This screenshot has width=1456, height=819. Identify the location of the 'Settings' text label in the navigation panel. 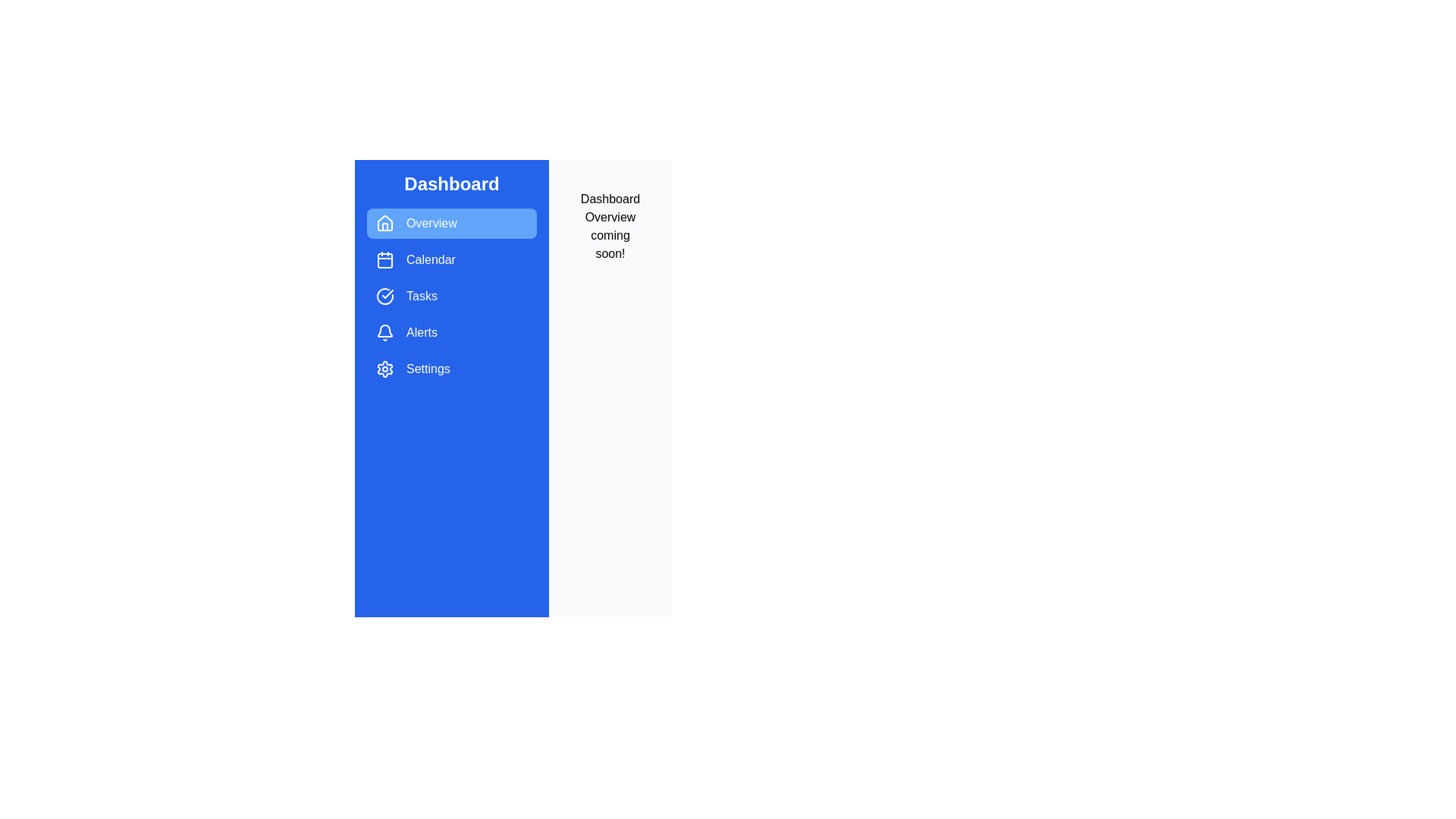
(427, 369).